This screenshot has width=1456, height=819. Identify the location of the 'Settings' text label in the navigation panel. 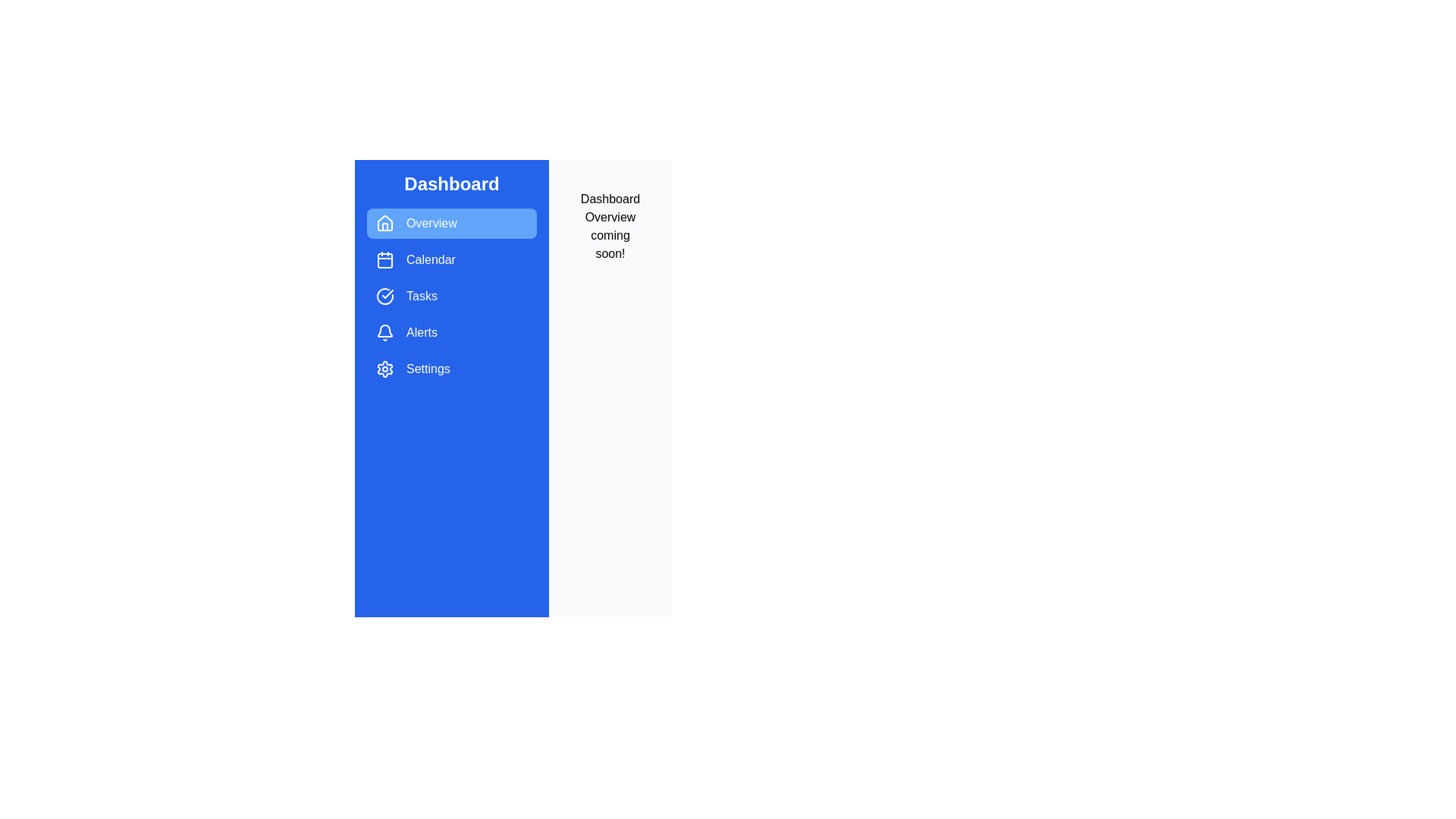
(427, 369).